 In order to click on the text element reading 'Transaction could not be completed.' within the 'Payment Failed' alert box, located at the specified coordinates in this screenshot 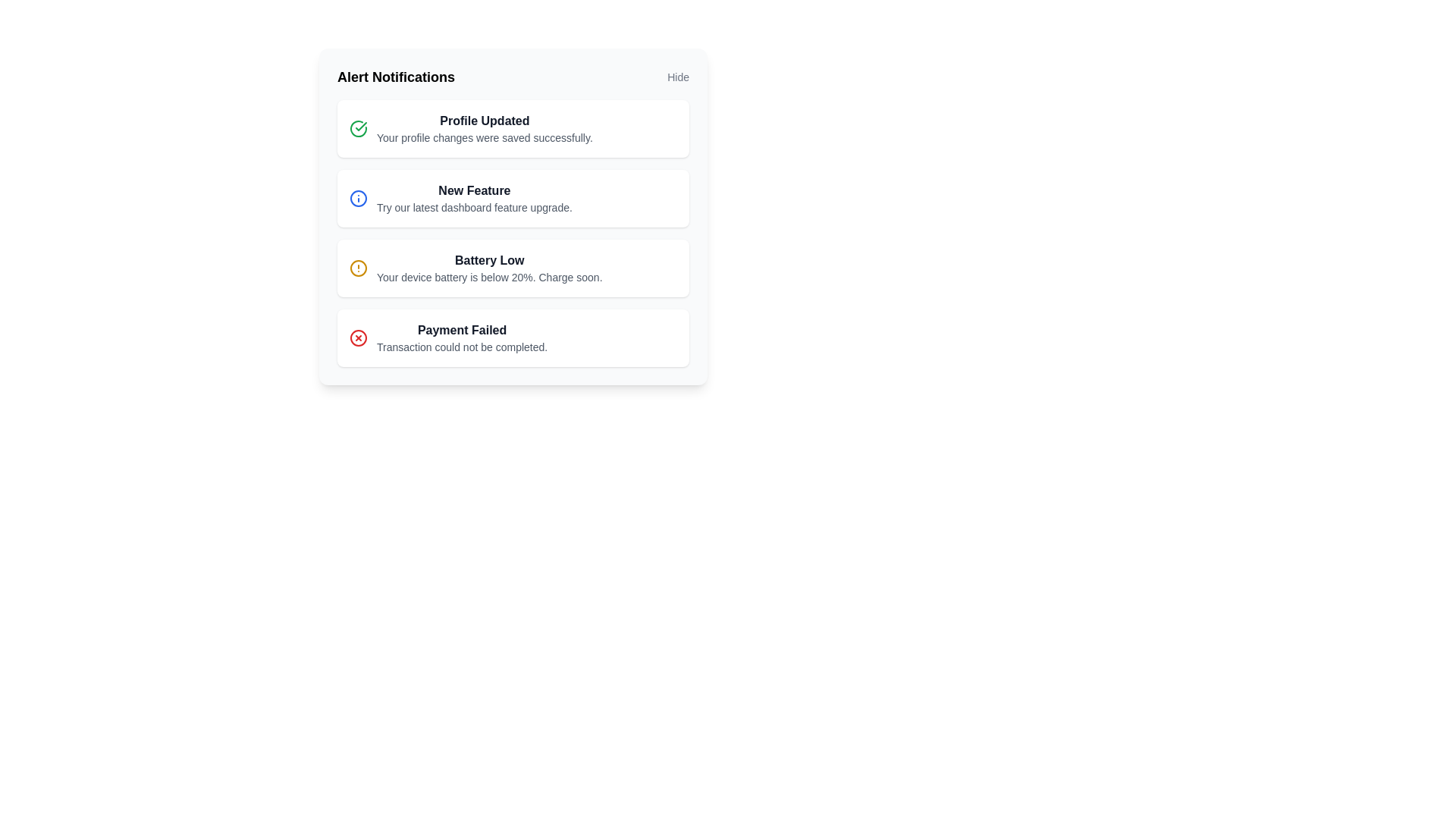, I will do `click(461, 347)`.